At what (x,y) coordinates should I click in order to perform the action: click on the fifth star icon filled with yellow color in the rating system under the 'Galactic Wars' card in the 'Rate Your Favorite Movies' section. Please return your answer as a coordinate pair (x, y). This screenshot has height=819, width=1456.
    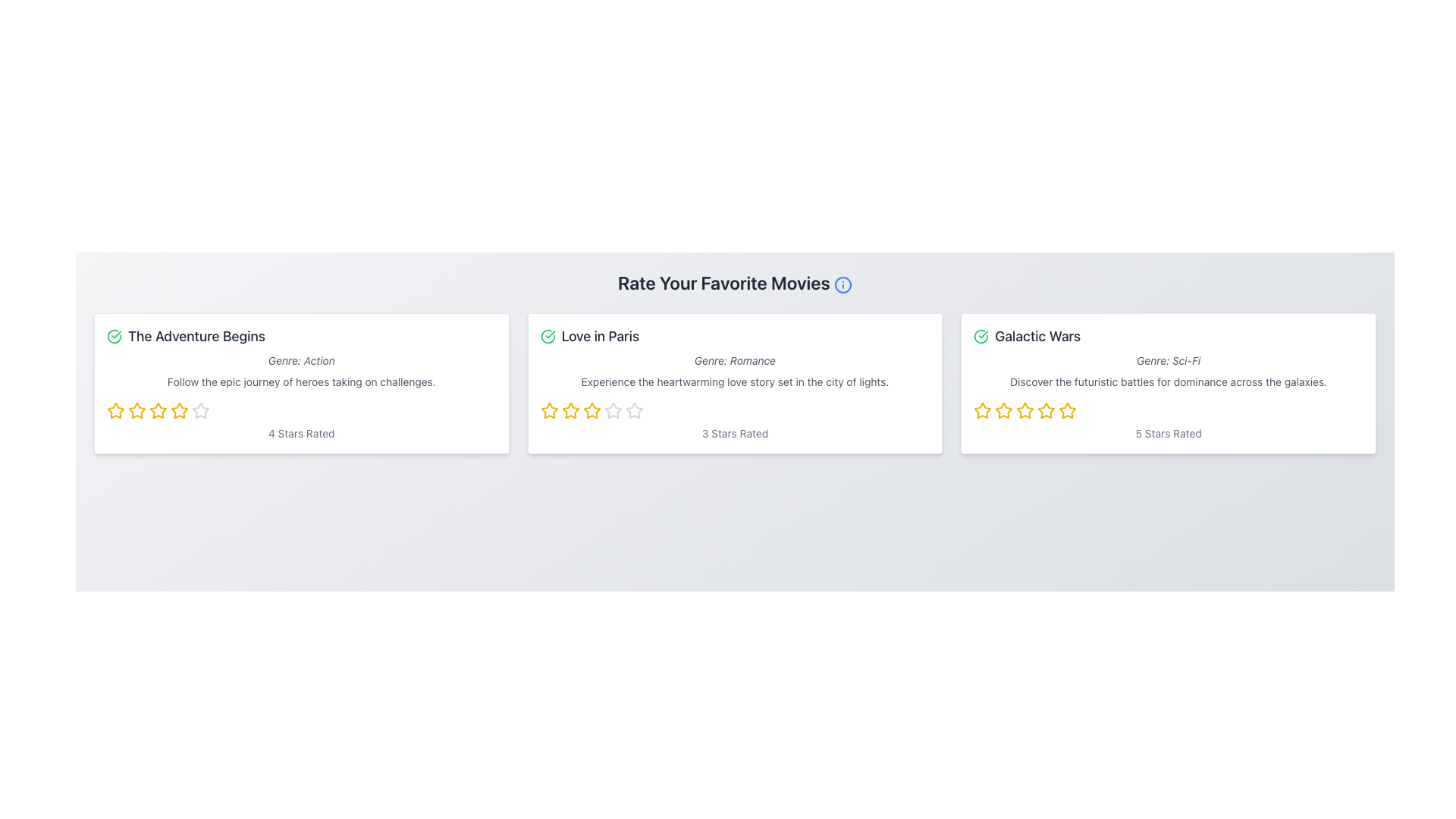
    Looking at the image, I should click on (1067, 410).